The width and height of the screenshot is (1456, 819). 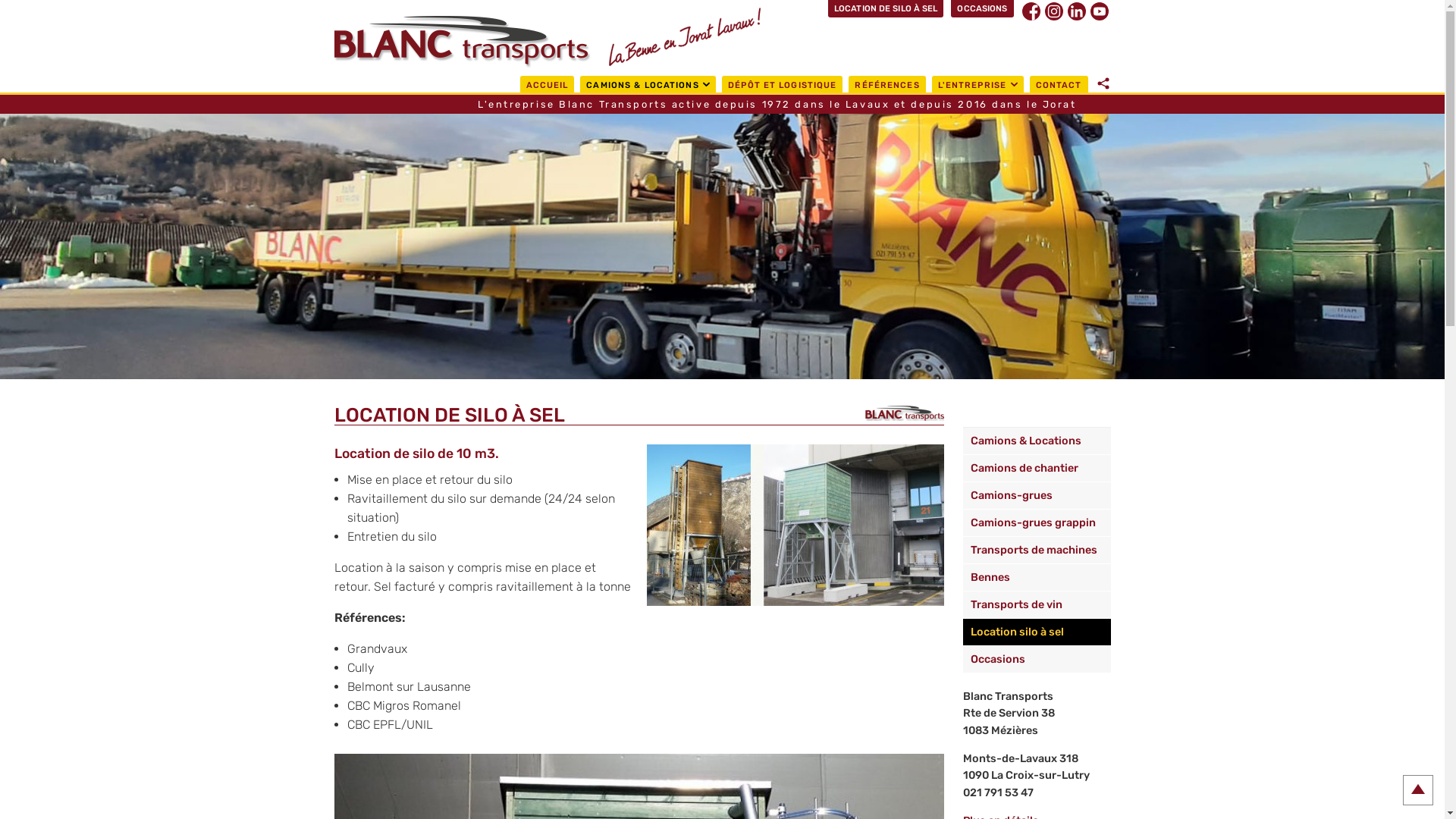 I want to click on 'ACCUEIL', so click(x=520, y=84).